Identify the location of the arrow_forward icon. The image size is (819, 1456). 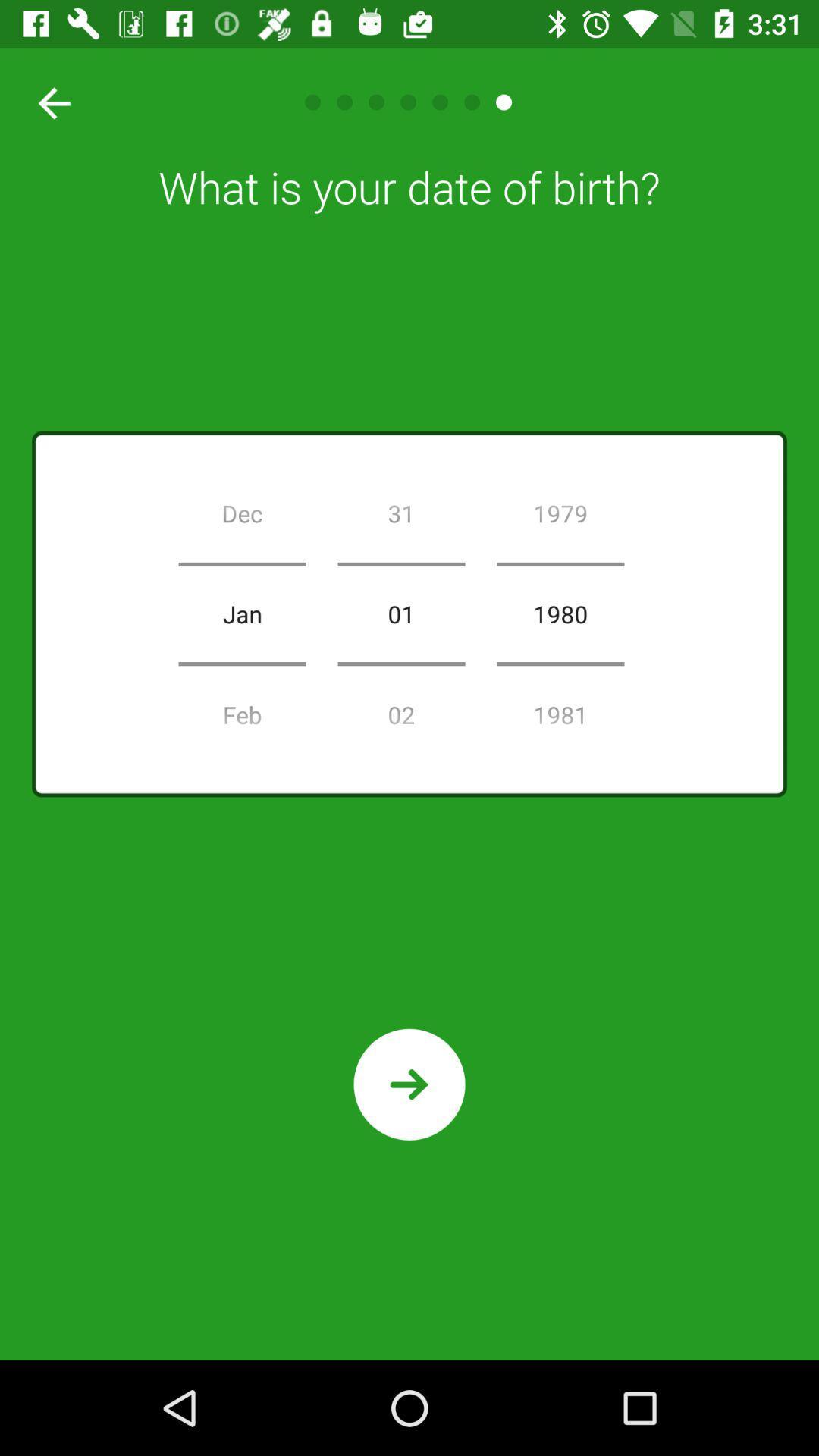
(409, 1084).